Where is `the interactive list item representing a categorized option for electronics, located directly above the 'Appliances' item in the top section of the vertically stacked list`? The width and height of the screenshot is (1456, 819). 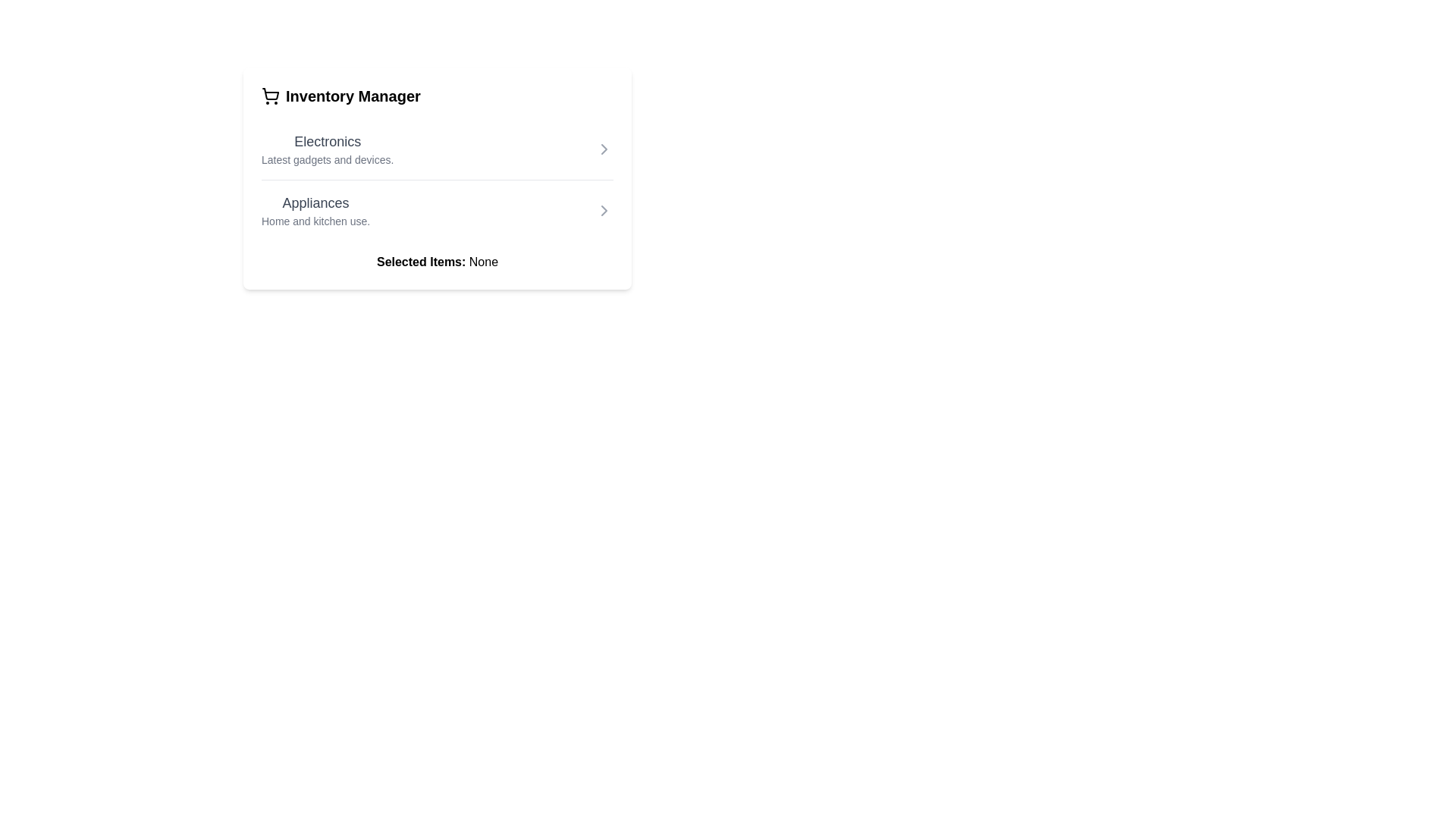
the interactive list item representing a categorized option for electronics, located directly above the 'Appliances' item in the top section of the vertically stacked list is located at coordinates (436, 149).